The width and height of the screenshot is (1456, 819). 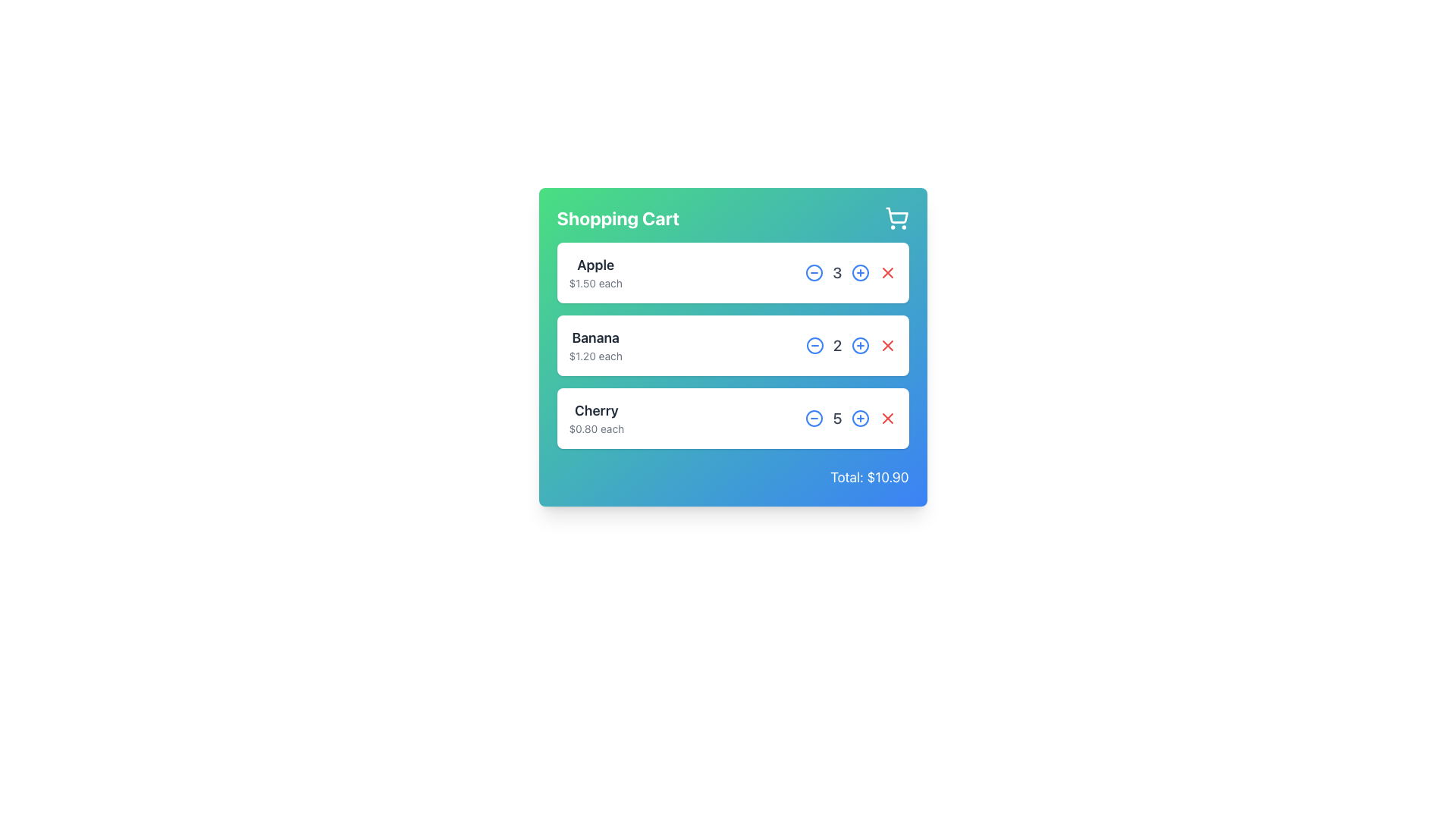 What do you see at coordinates (860, 418) in the screenshot?
I see `the blue circular button with a plus icon located to the right of the count number '5' for the 'Cherry' item in the cart layout` at bounding box center [860, 418].